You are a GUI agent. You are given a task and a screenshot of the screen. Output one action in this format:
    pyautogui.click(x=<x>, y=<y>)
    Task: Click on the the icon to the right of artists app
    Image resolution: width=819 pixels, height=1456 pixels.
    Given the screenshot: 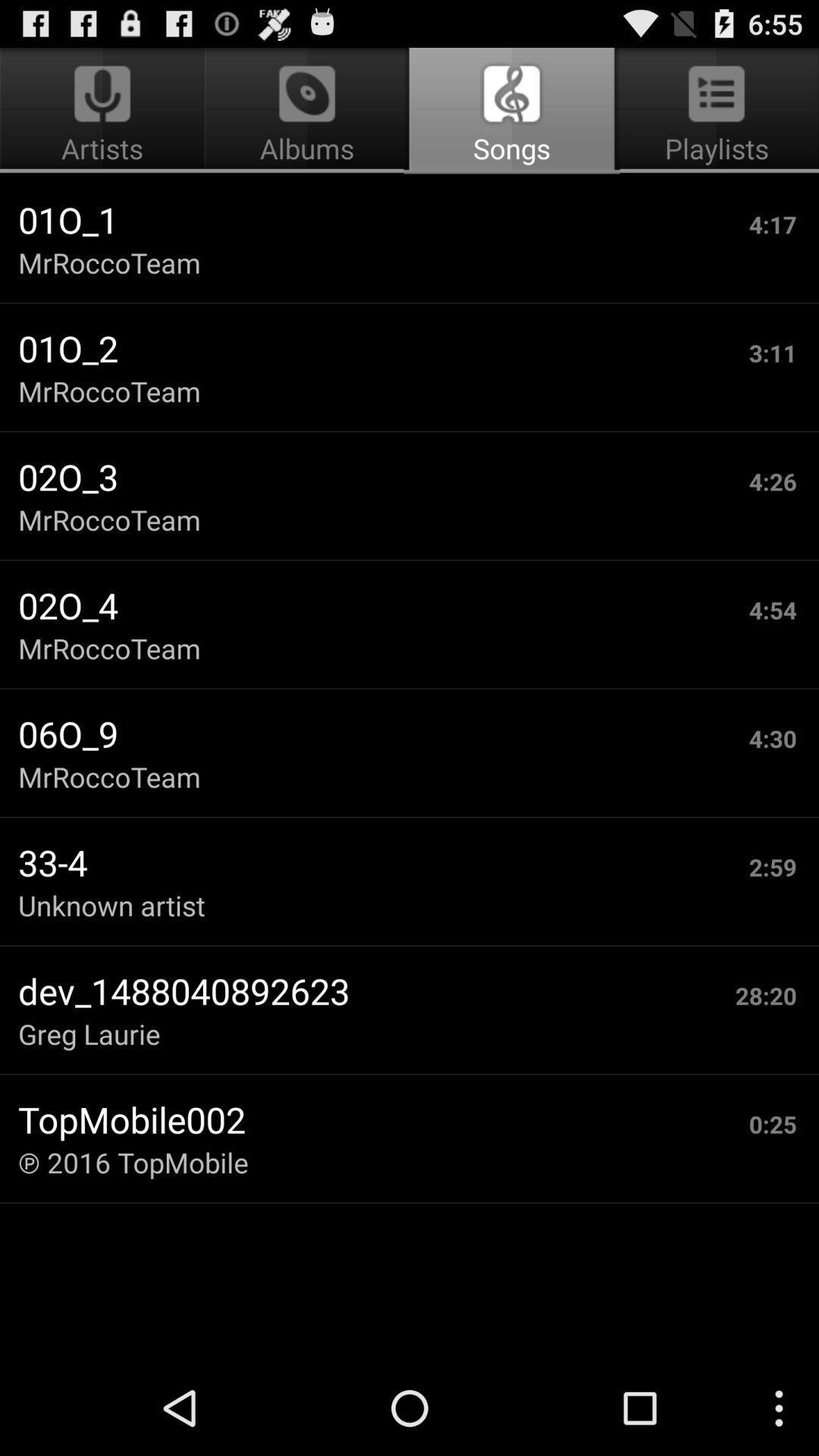 What is the action you would take?
    pyautogui.click(x=512, y=111)
    